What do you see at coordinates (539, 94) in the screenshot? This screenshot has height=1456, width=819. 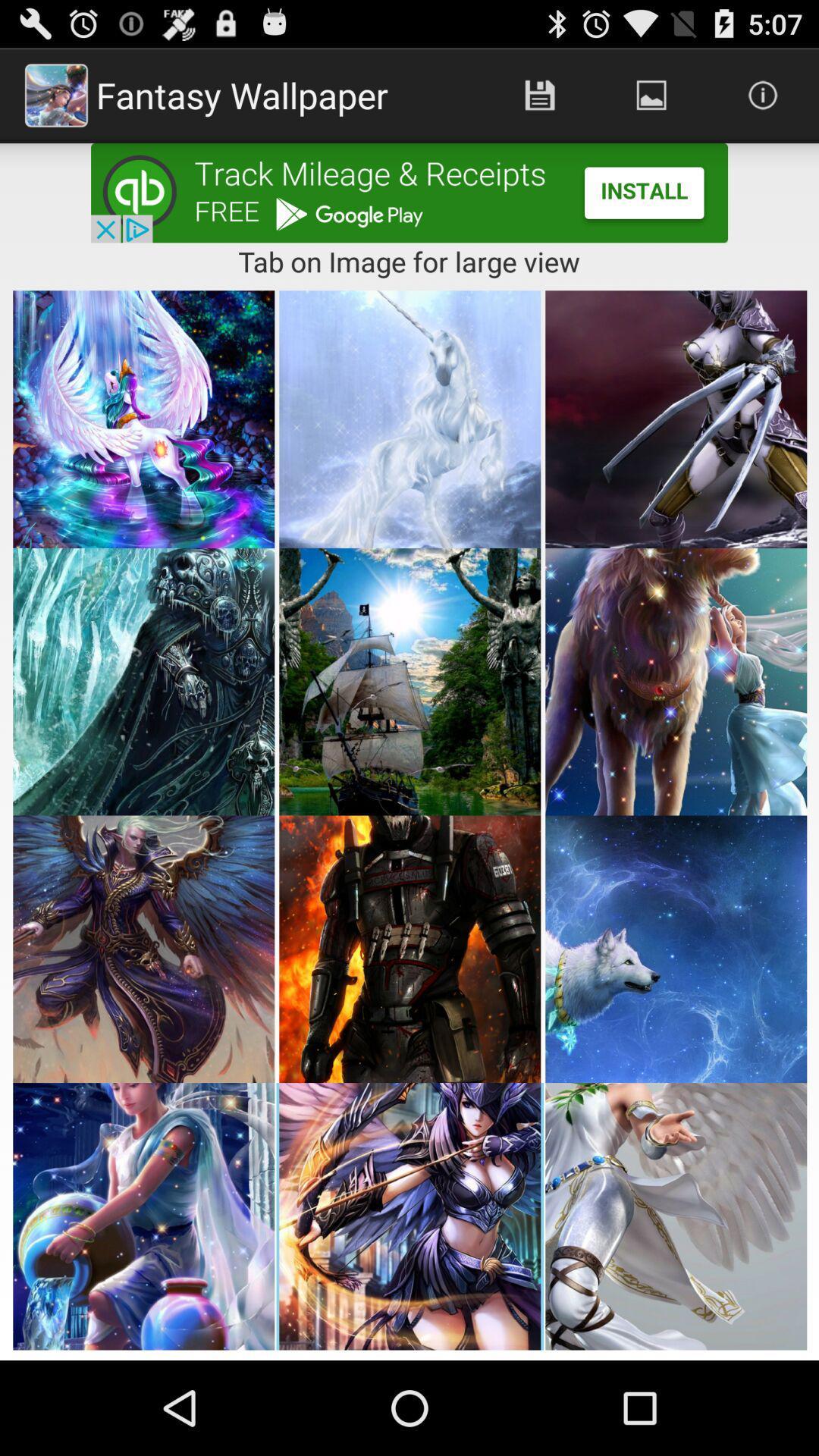 I see `the icon right to fantasy wallpaper` at bounding box center [539, 94].